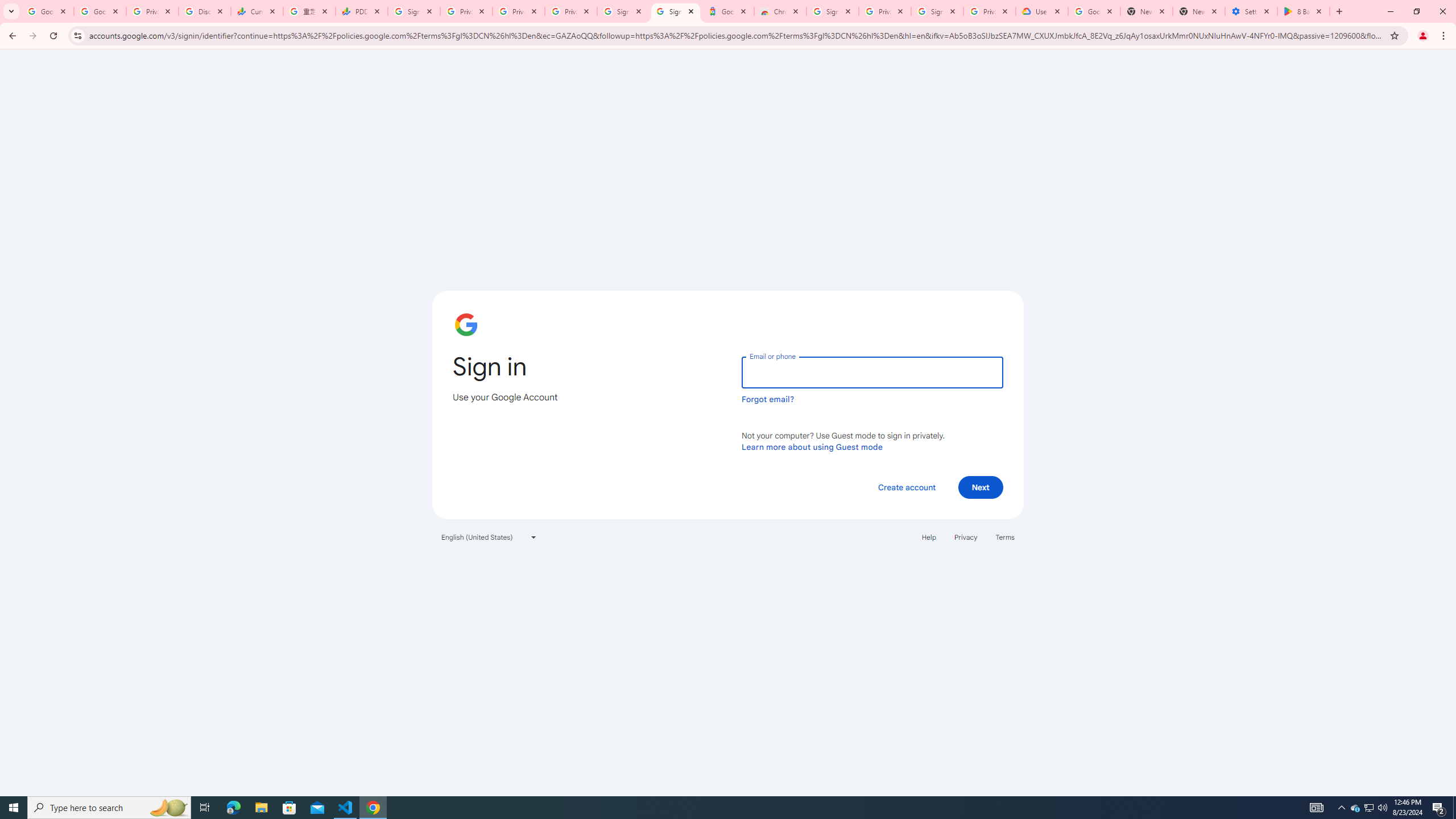  Describe the element at coordinates (767, 399) in the screenshot. I see `'Forgot email?'` at that location.